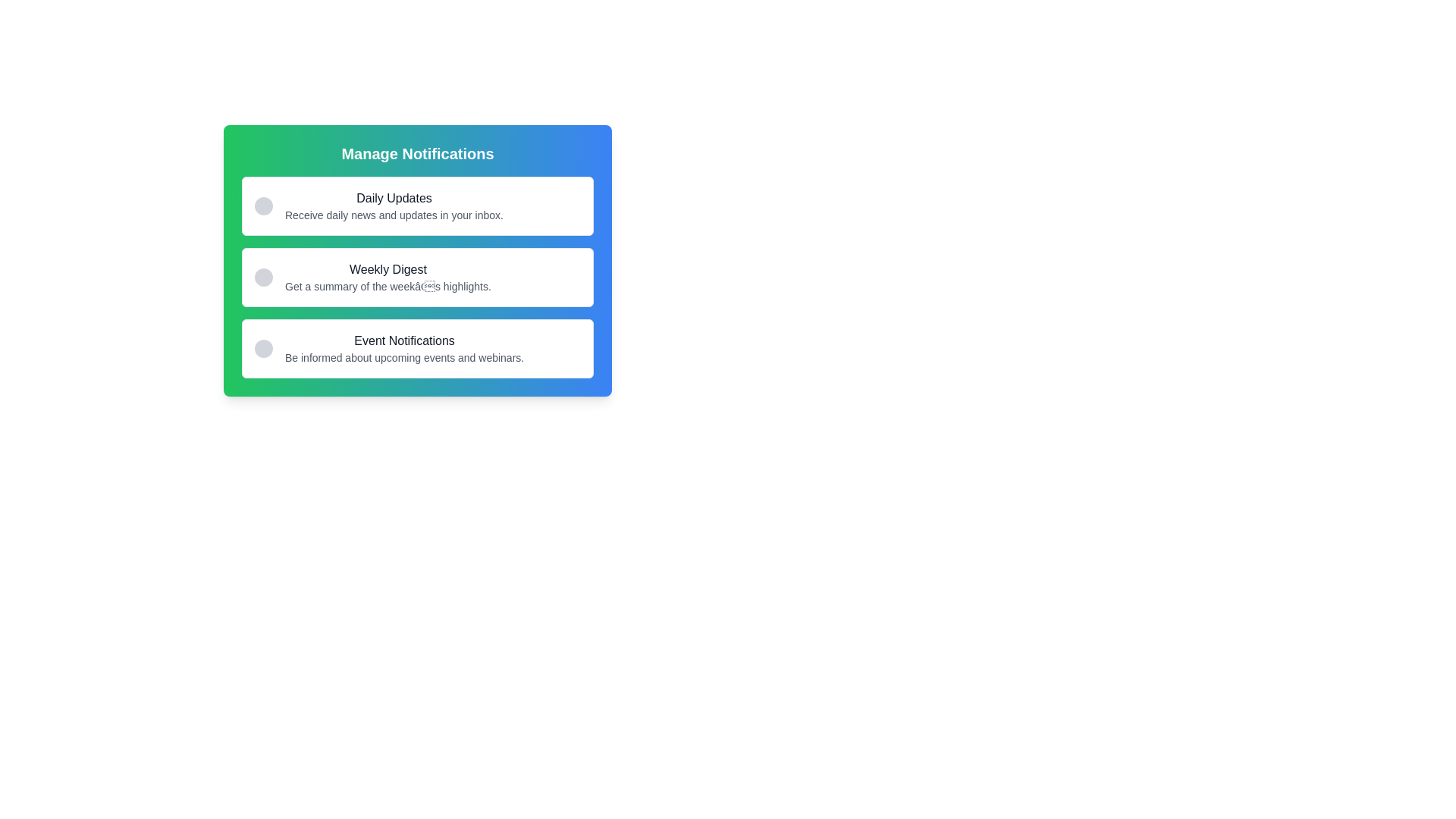  What do you see at coordinates (404, 357) in the screenshot?
I see `the Text Label that describes the 'Event Notifications' feature, which is located directly below the heading 'Event Notifications' in the notification options list` at bounding box center [404, 357].